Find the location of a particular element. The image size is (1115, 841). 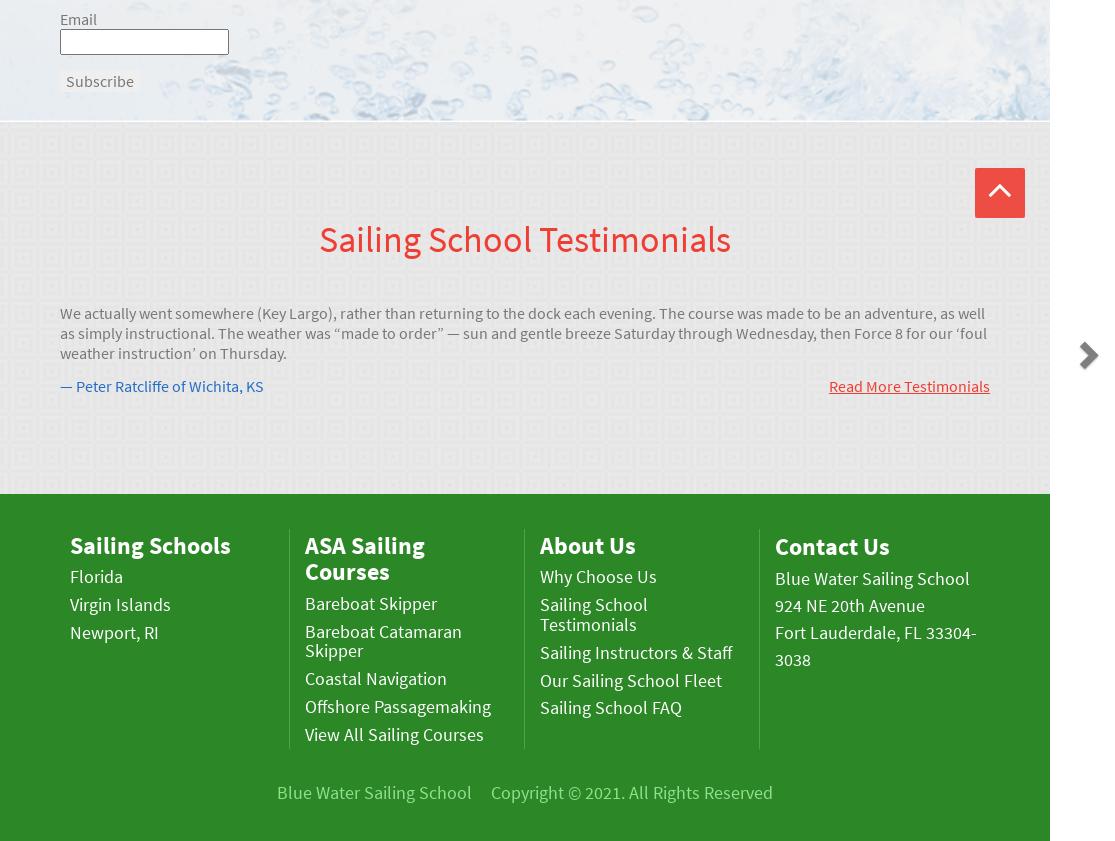

'About Us' is located at coordinates (587, 545).